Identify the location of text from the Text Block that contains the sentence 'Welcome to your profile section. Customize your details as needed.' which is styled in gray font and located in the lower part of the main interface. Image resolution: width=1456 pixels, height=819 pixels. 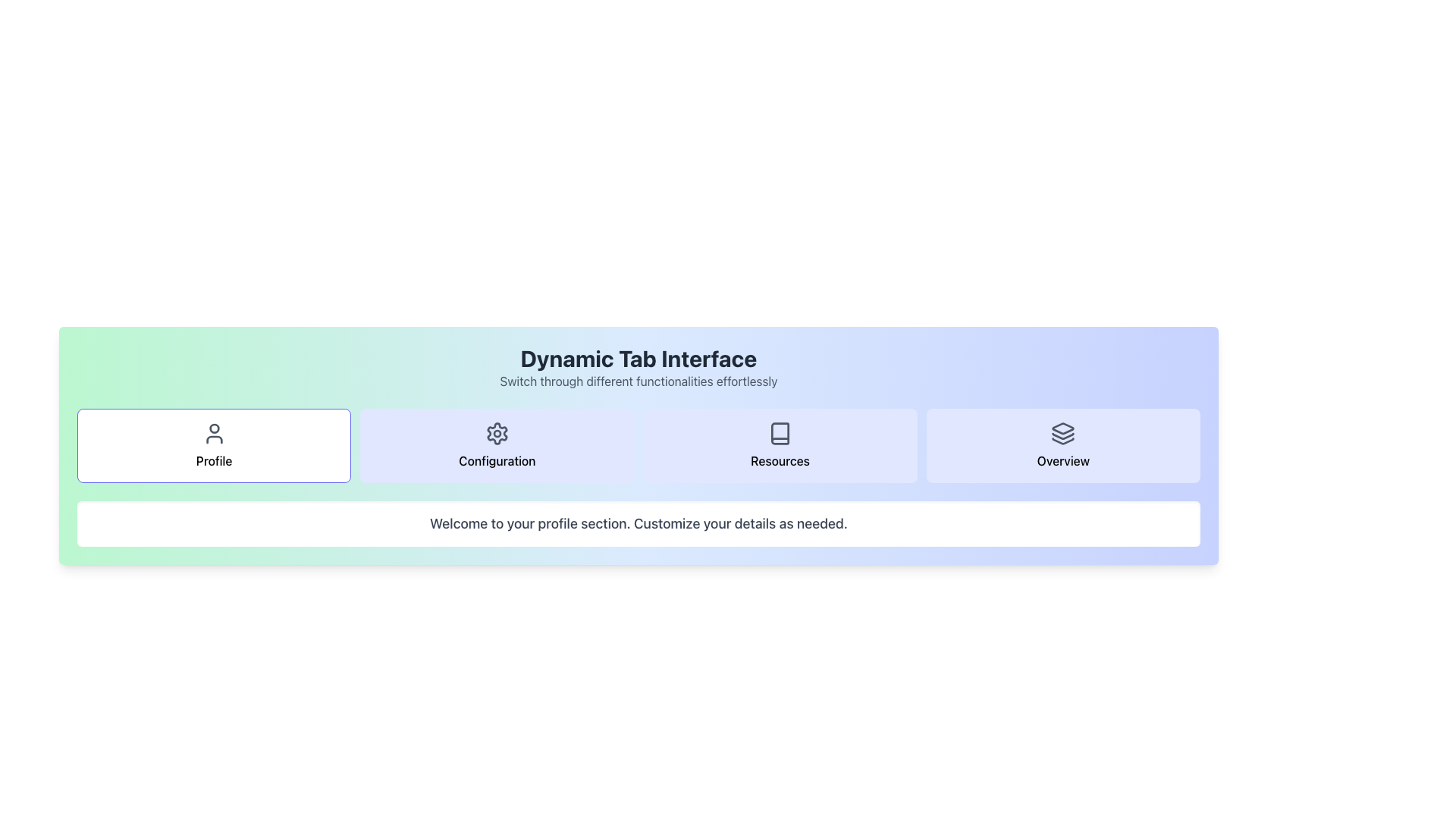
(639, 522).